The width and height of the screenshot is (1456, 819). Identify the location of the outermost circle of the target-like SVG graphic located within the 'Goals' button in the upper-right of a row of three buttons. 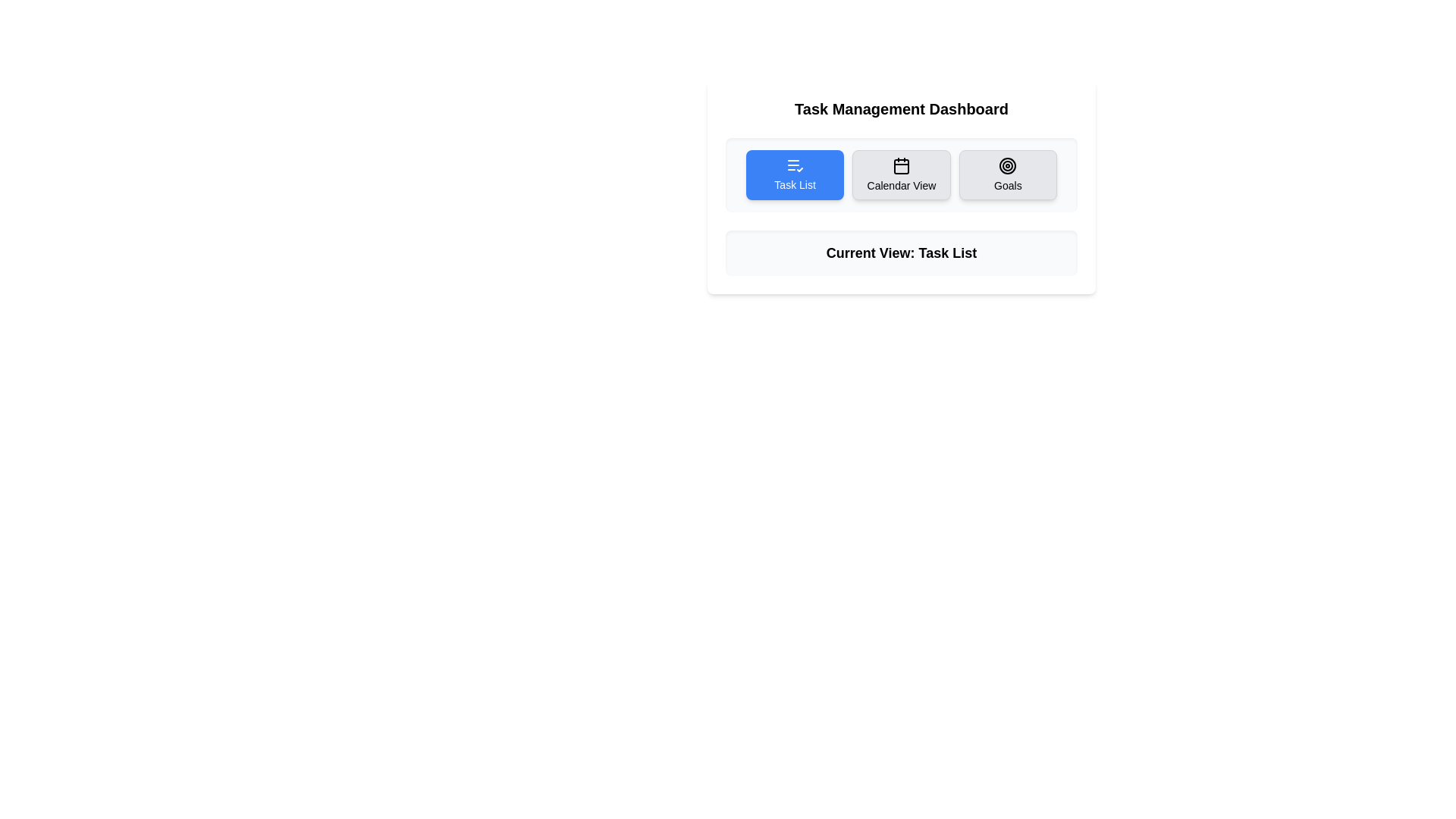
(1008, 166).